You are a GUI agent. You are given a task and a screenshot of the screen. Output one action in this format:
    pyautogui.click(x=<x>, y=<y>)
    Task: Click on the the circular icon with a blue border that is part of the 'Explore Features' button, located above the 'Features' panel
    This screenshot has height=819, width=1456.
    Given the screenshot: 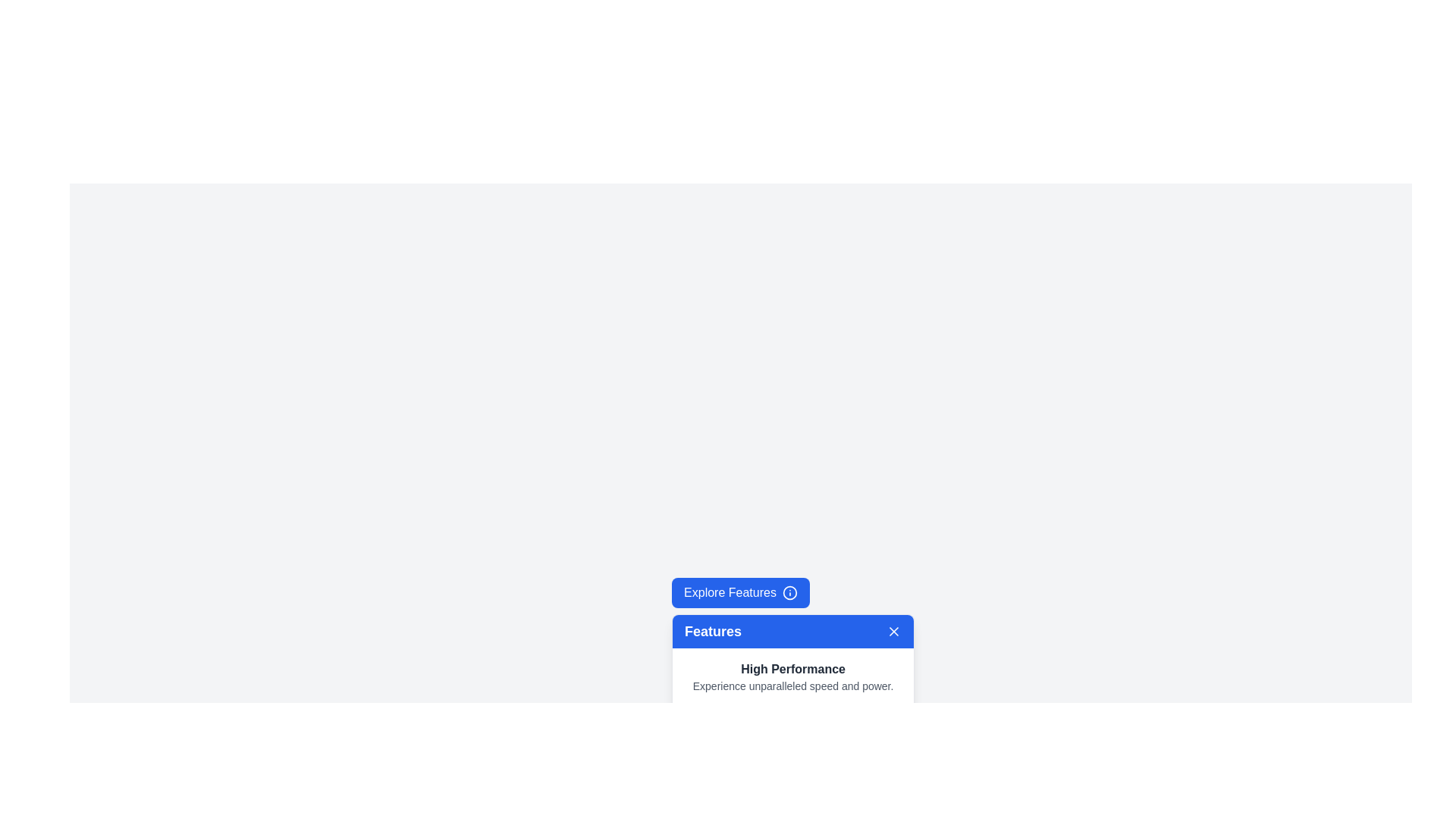 What is the action you would take?
    pyautogui.click(x=789, y=592)
    